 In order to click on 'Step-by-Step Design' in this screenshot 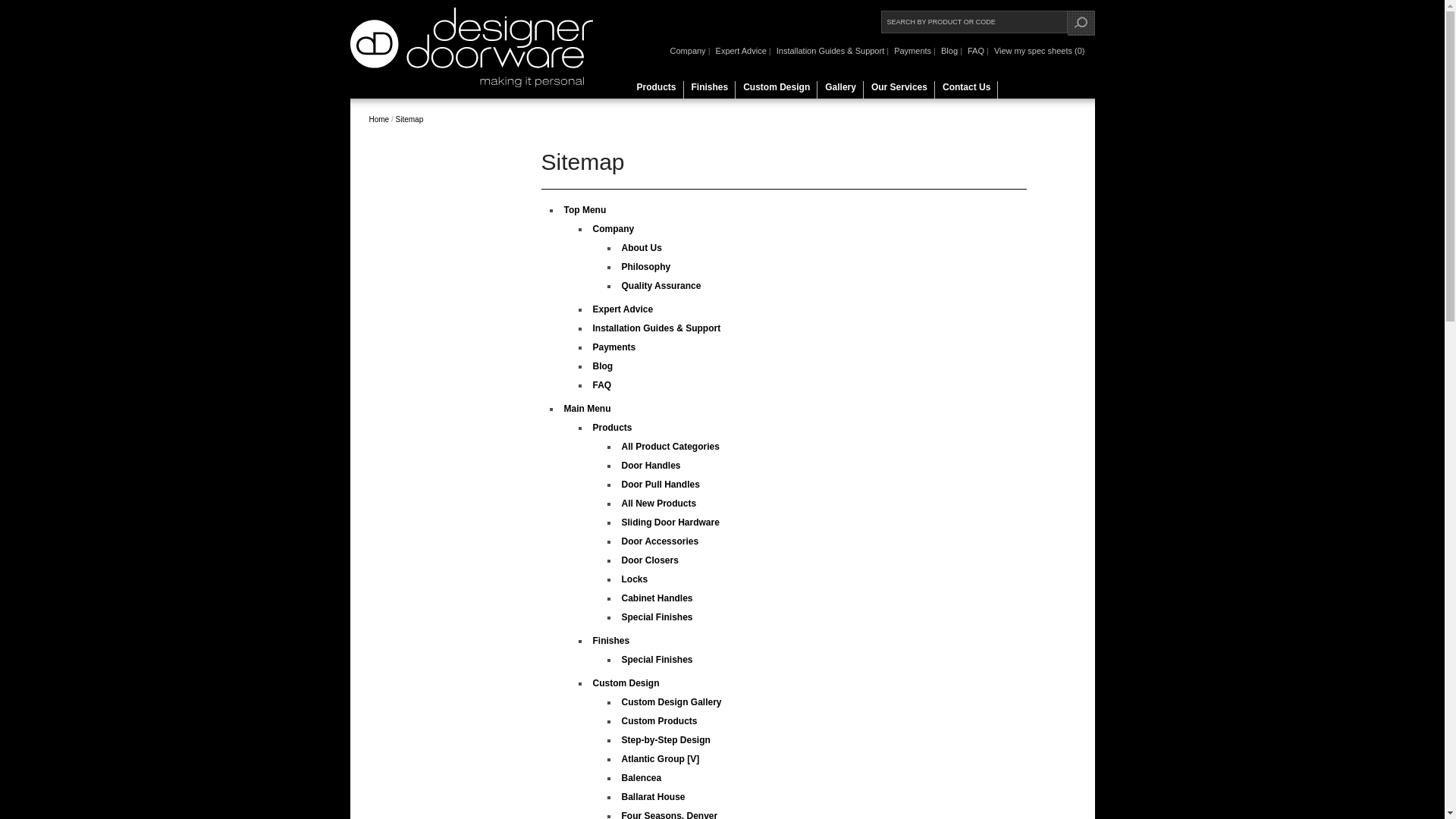, I will do `click(666, 739)`.